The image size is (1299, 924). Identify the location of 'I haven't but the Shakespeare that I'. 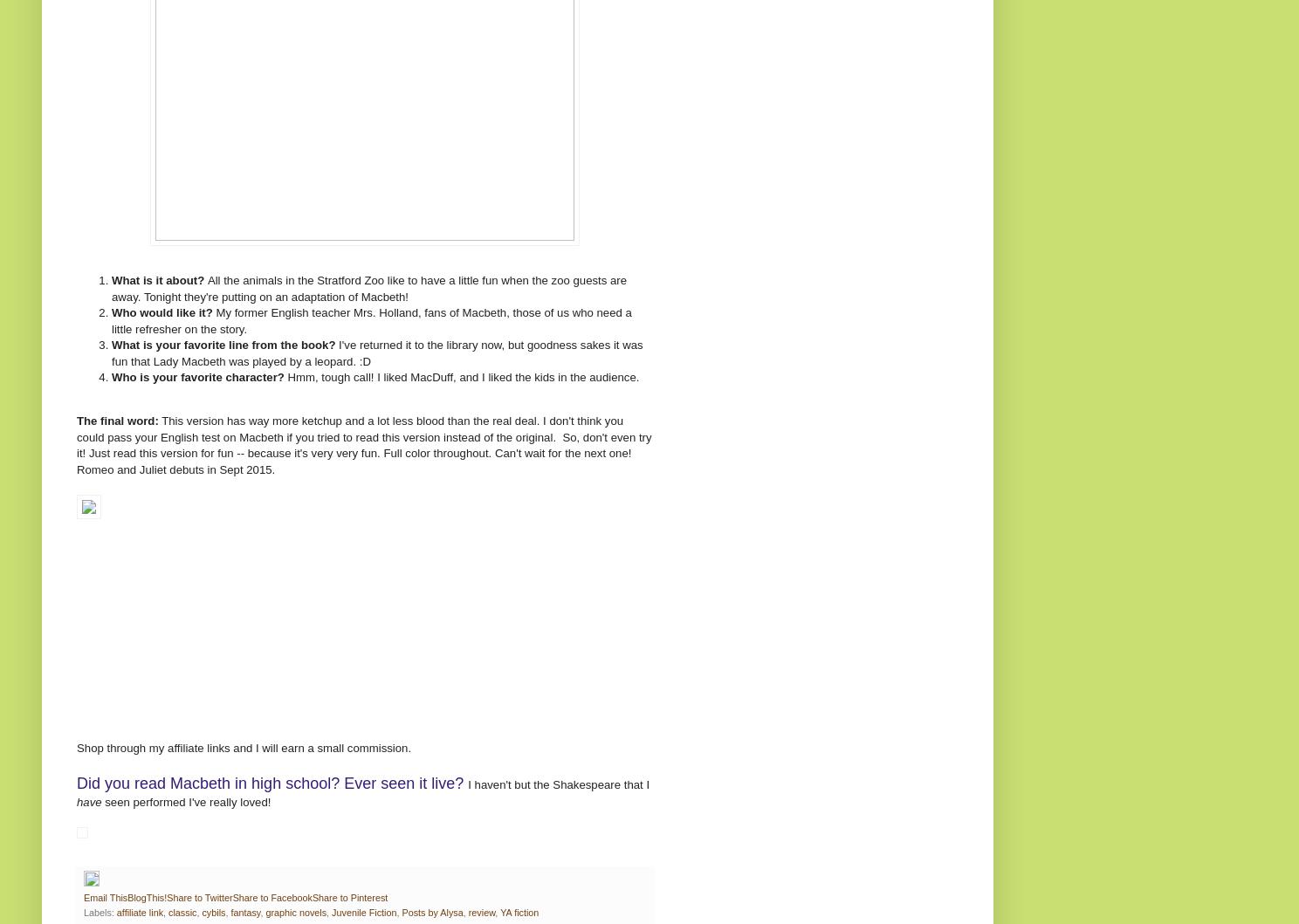
(558, 784).